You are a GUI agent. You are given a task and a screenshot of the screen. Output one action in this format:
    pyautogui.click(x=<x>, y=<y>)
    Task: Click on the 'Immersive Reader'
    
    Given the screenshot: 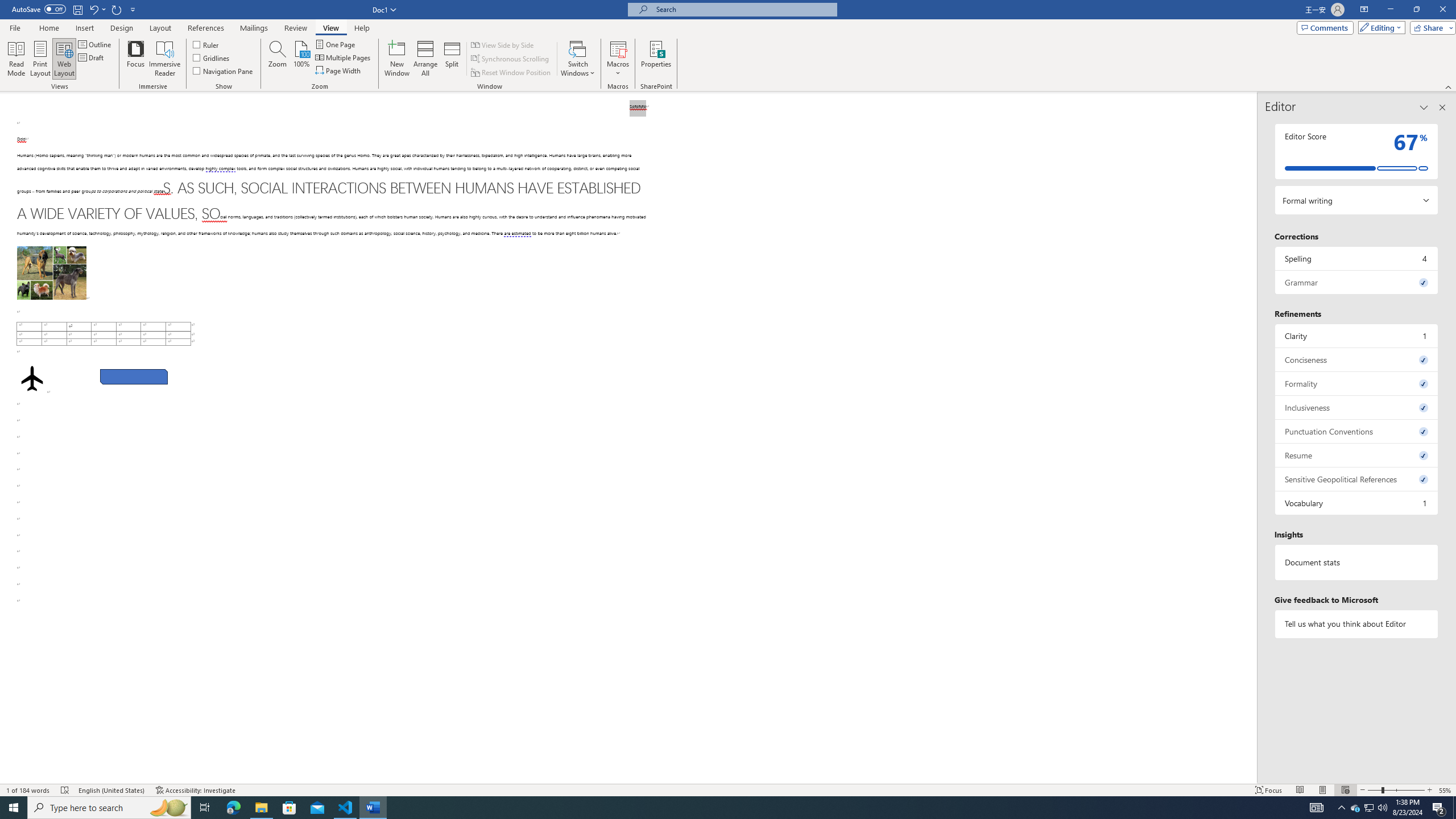 What is the action you would take?
    pyautogui.click(x=164, y=59)
    